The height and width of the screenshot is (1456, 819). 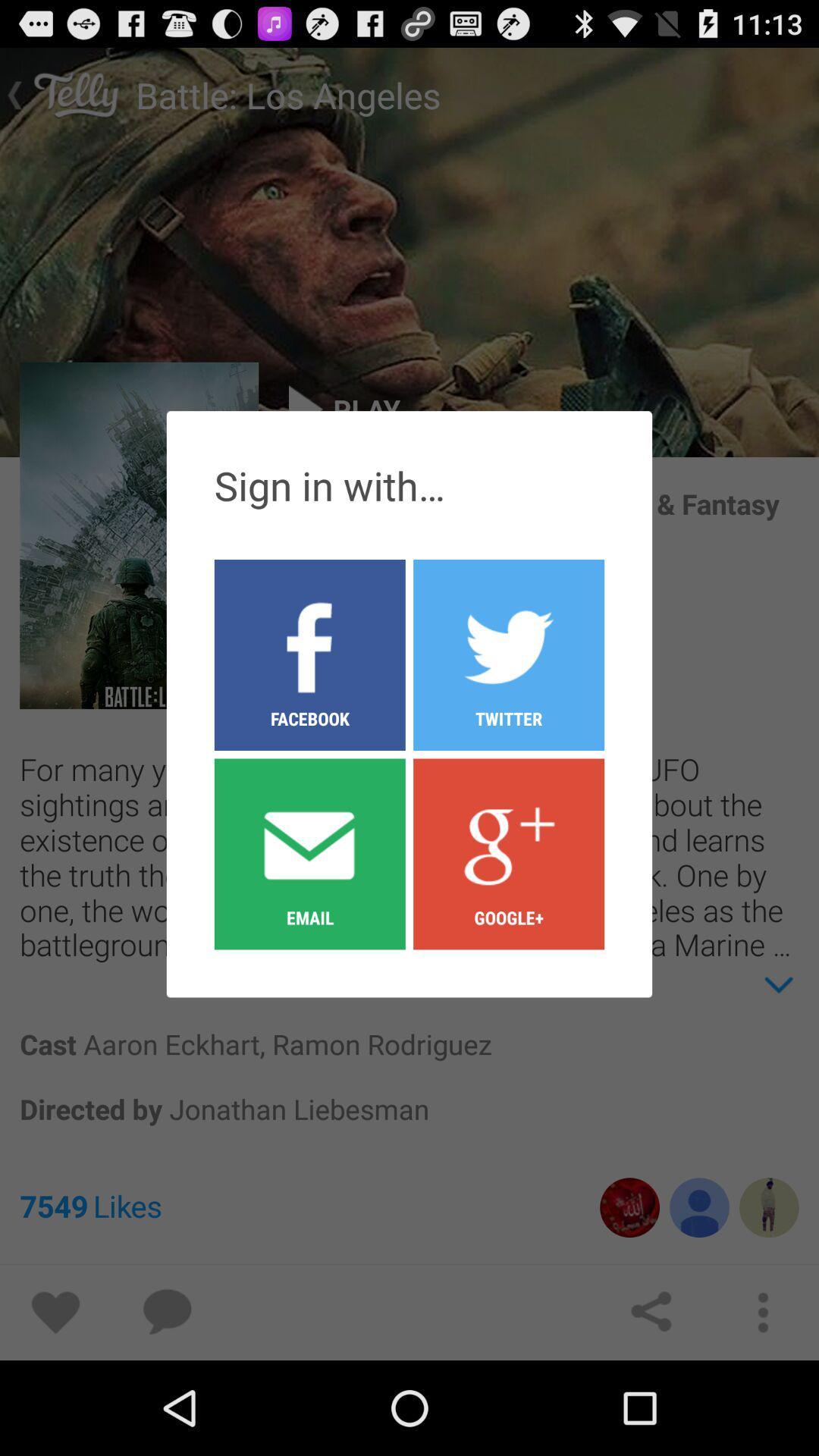 I want to click on the icon next to twitter item, so click(x=309, y=654).